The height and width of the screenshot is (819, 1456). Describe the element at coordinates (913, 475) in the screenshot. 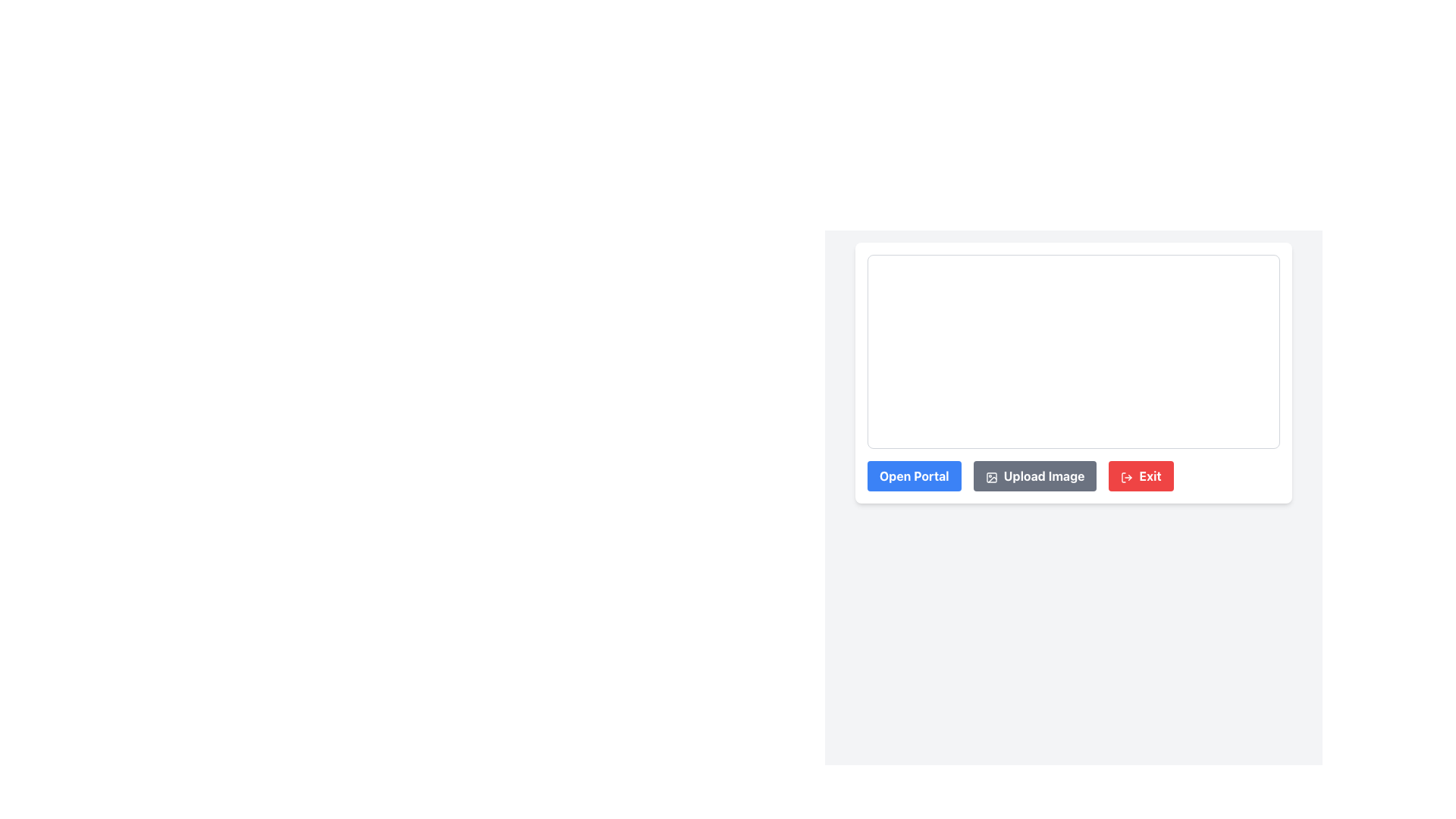

I see `the first button in the bottom section of the interface` at that location.